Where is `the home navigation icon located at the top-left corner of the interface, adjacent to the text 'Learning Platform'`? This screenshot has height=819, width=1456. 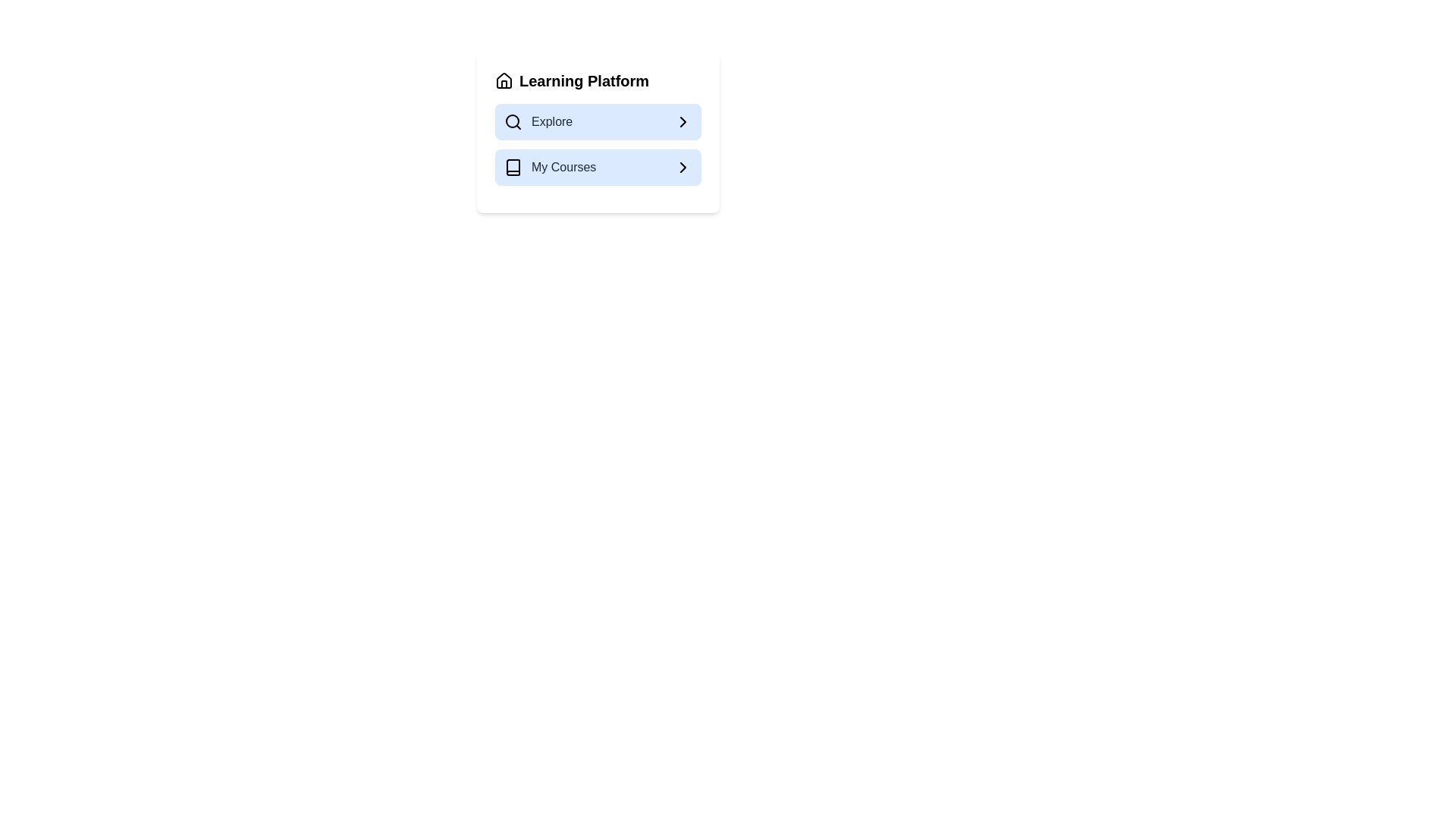 the home navigation icon located at the top-left corner of the interface, adjacent to the text 'Learning Platform' is located at coordinates (504, 81).